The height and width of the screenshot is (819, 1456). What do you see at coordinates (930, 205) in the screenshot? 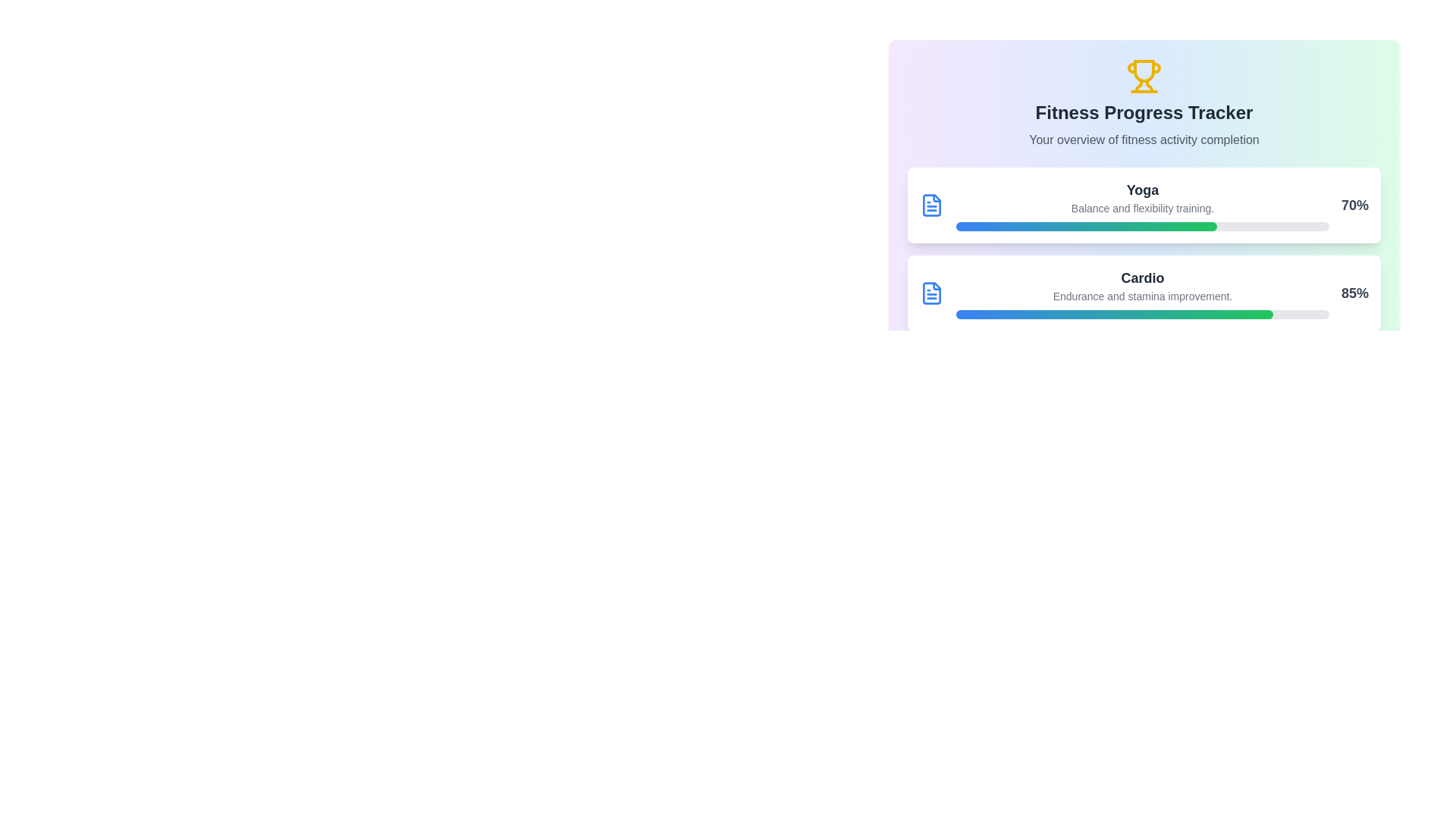
I see `the blue document icon located at the top-left corner of the 'Yoga' information card` at bounding box center [930, 205].